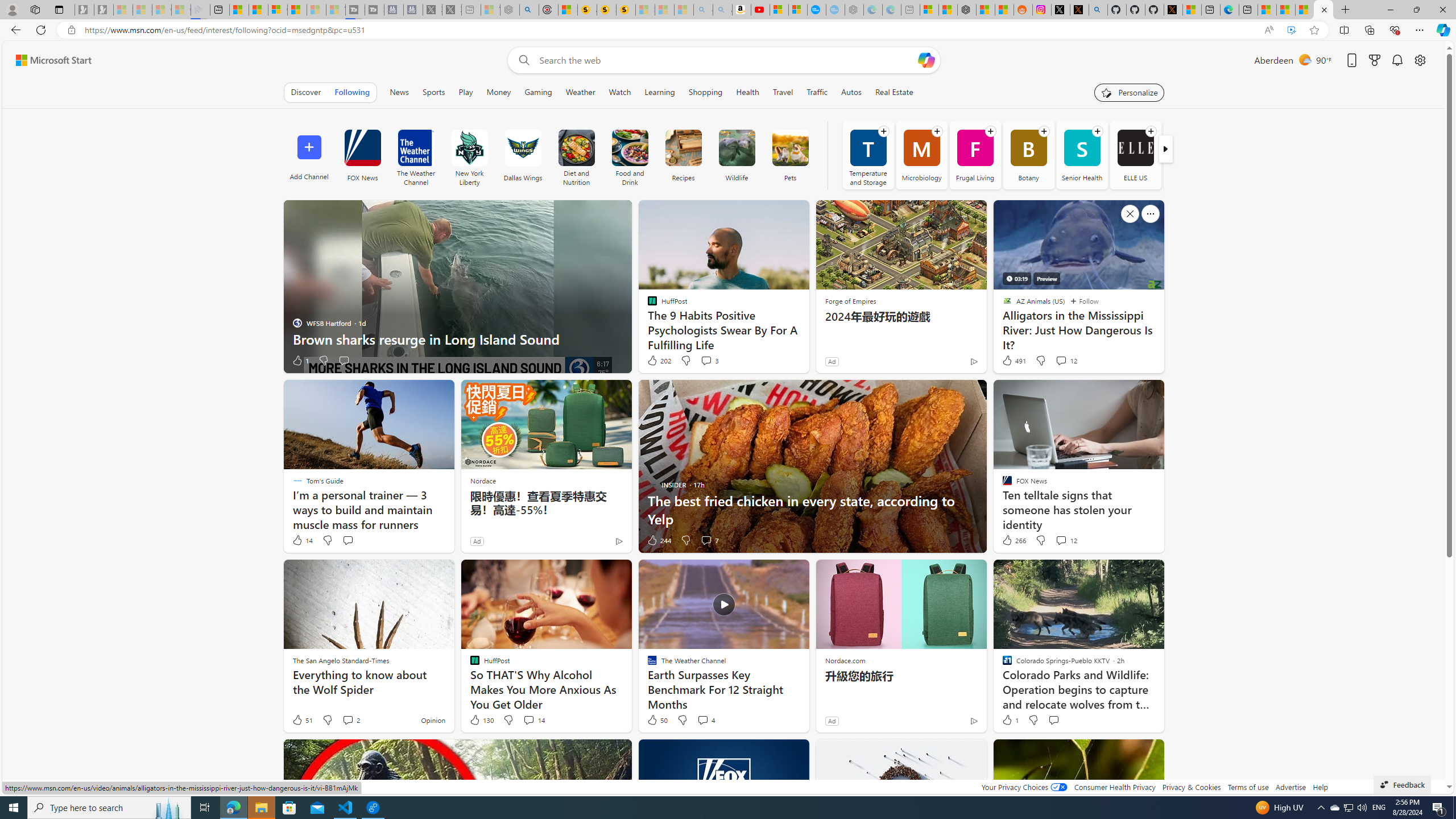 This screenshot has width=1456, height=819. Describe the element at coordinates (845, 660) in the screenshot. I see `'Nordace.com'` at that location.